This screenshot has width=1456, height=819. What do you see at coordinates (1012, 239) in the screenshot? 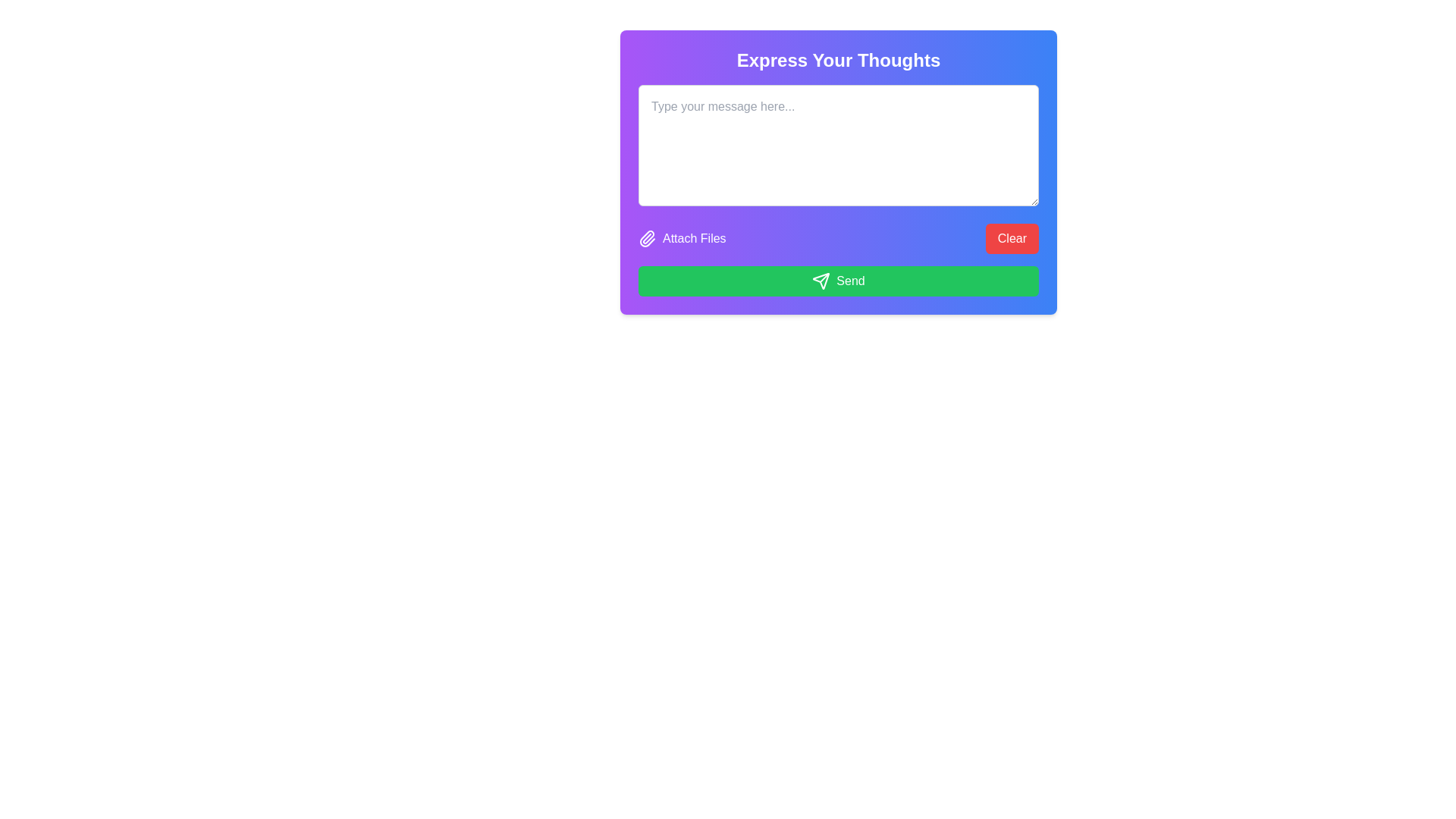
I see `the red rectangular 'Clear' button with rounded edges located on the right side below the text input area` at bounding box center [1012, 239].